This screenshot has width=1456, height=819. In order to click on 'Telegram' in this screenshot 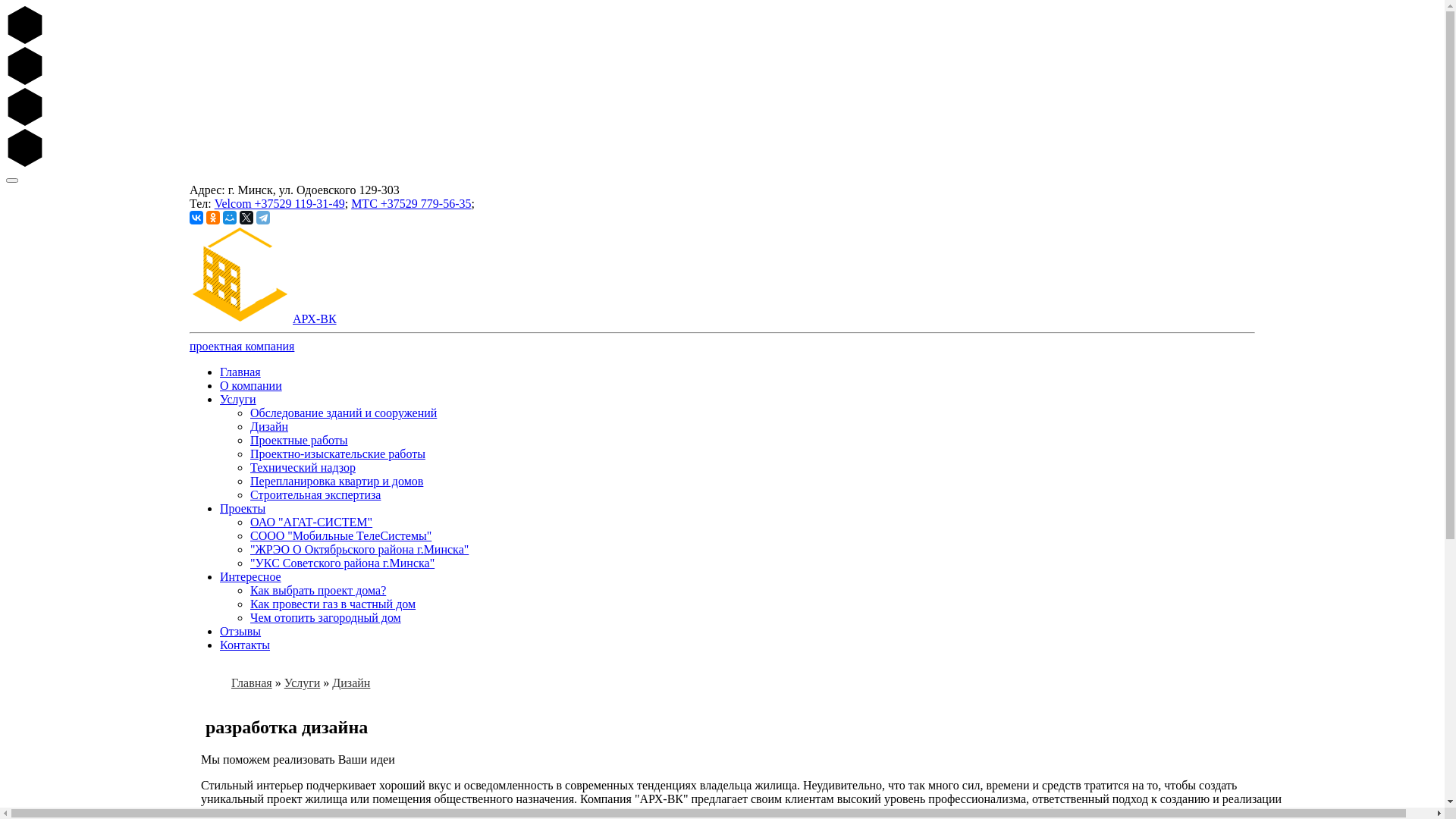, I will do `click(262, 217)`.